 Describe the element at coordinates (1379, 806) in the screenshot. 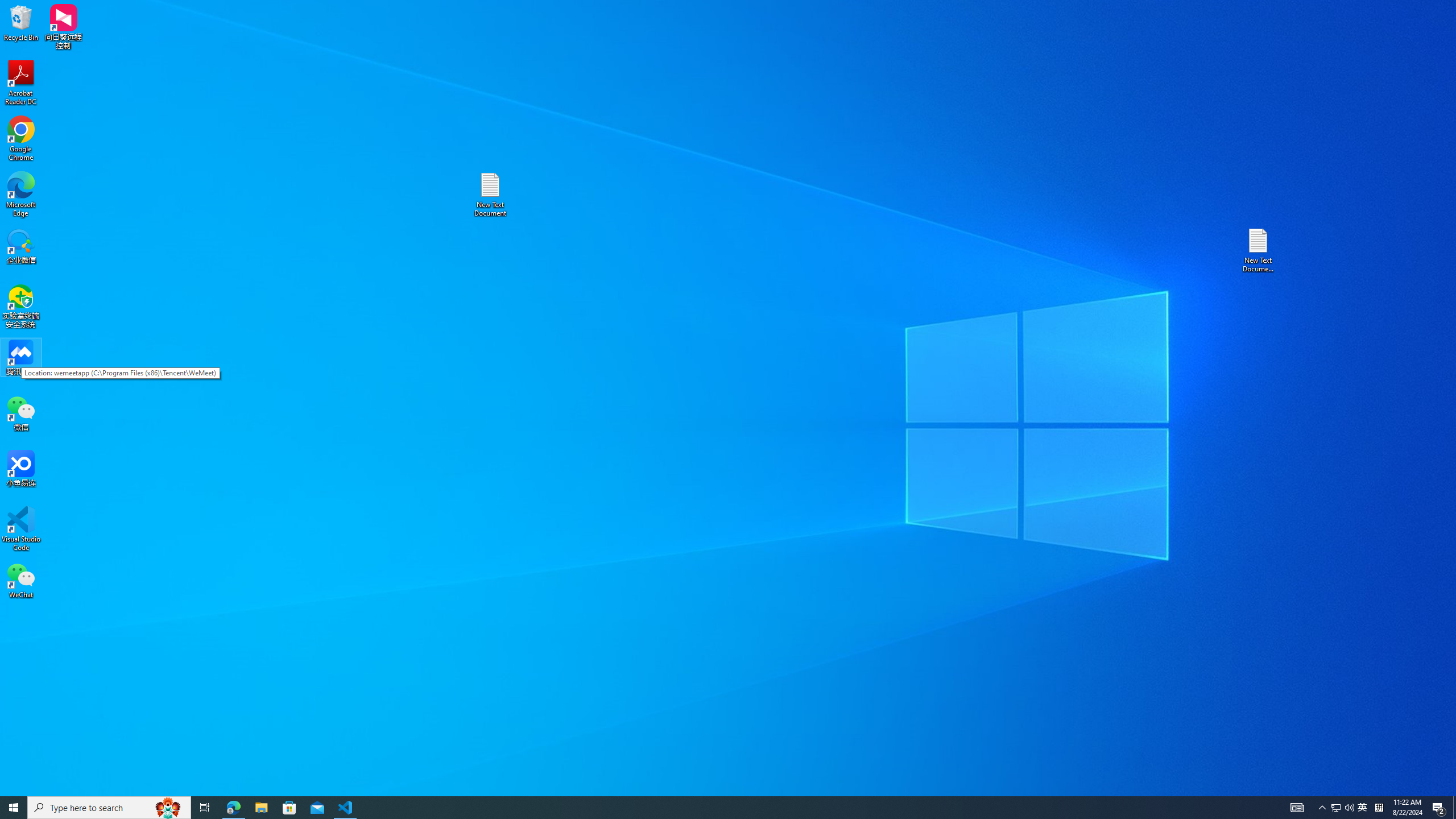

I see `'Tray Input Indicator - Chinese (Simplified, China)'` at that location.